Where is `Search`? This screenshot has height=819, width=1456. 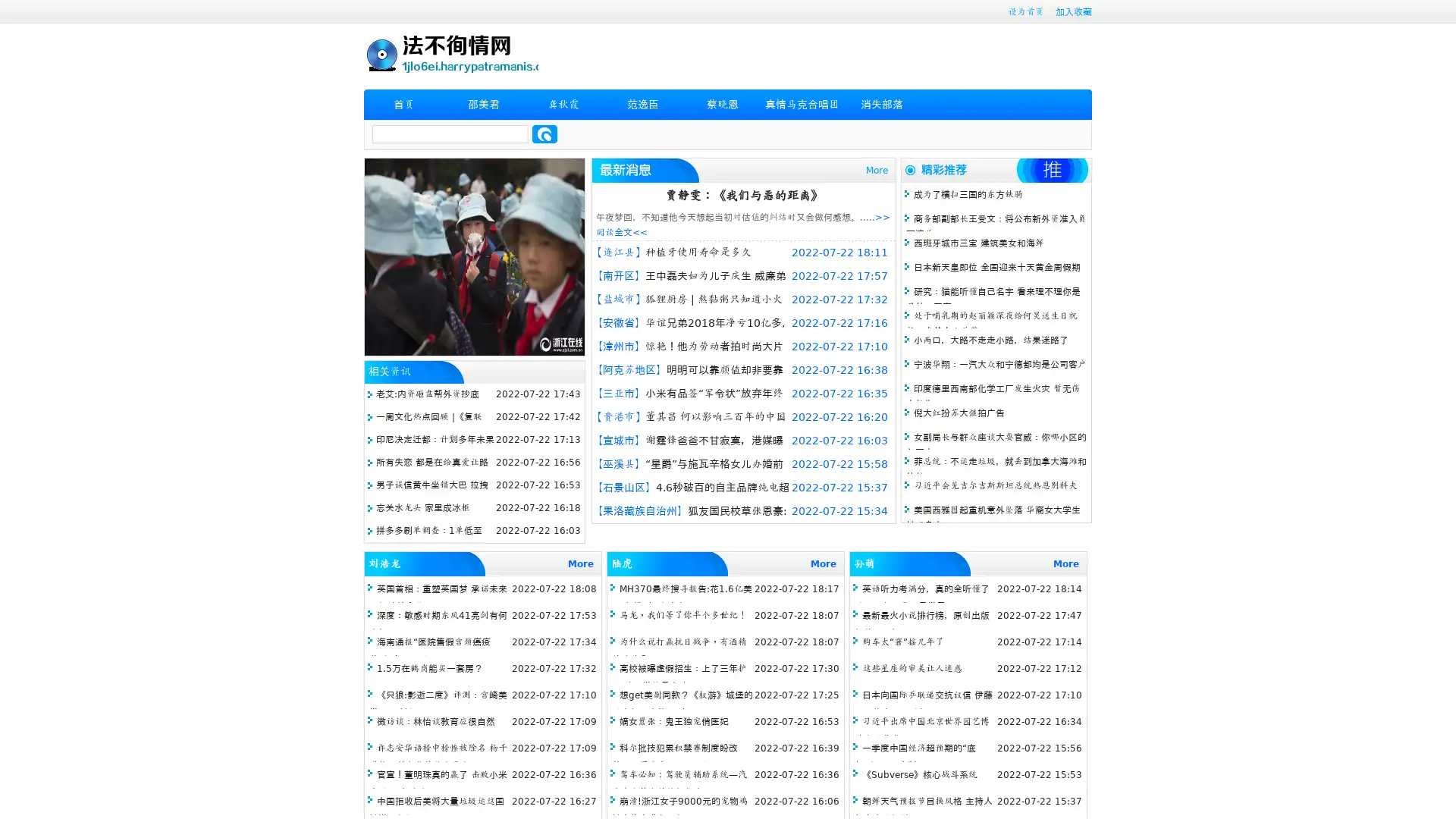 Search is located at coordinates (544, 133).